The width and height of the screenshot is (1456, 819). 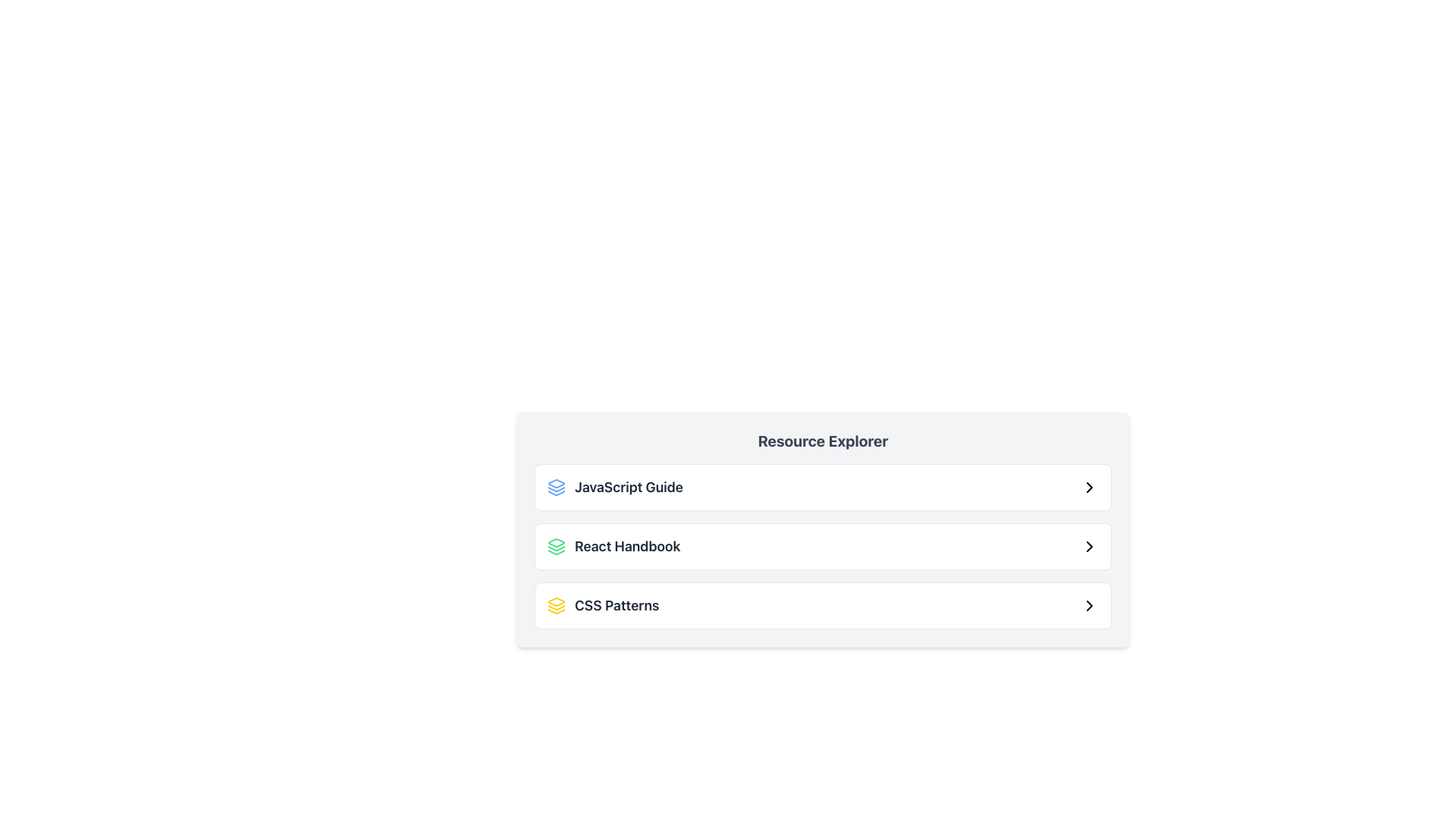 What do you see at coordinates (822, 547) in the screenshot?
I see `the second list item entry titled 'React Handbook' in the Resource Explorer section` at bounding box center [822, 547].